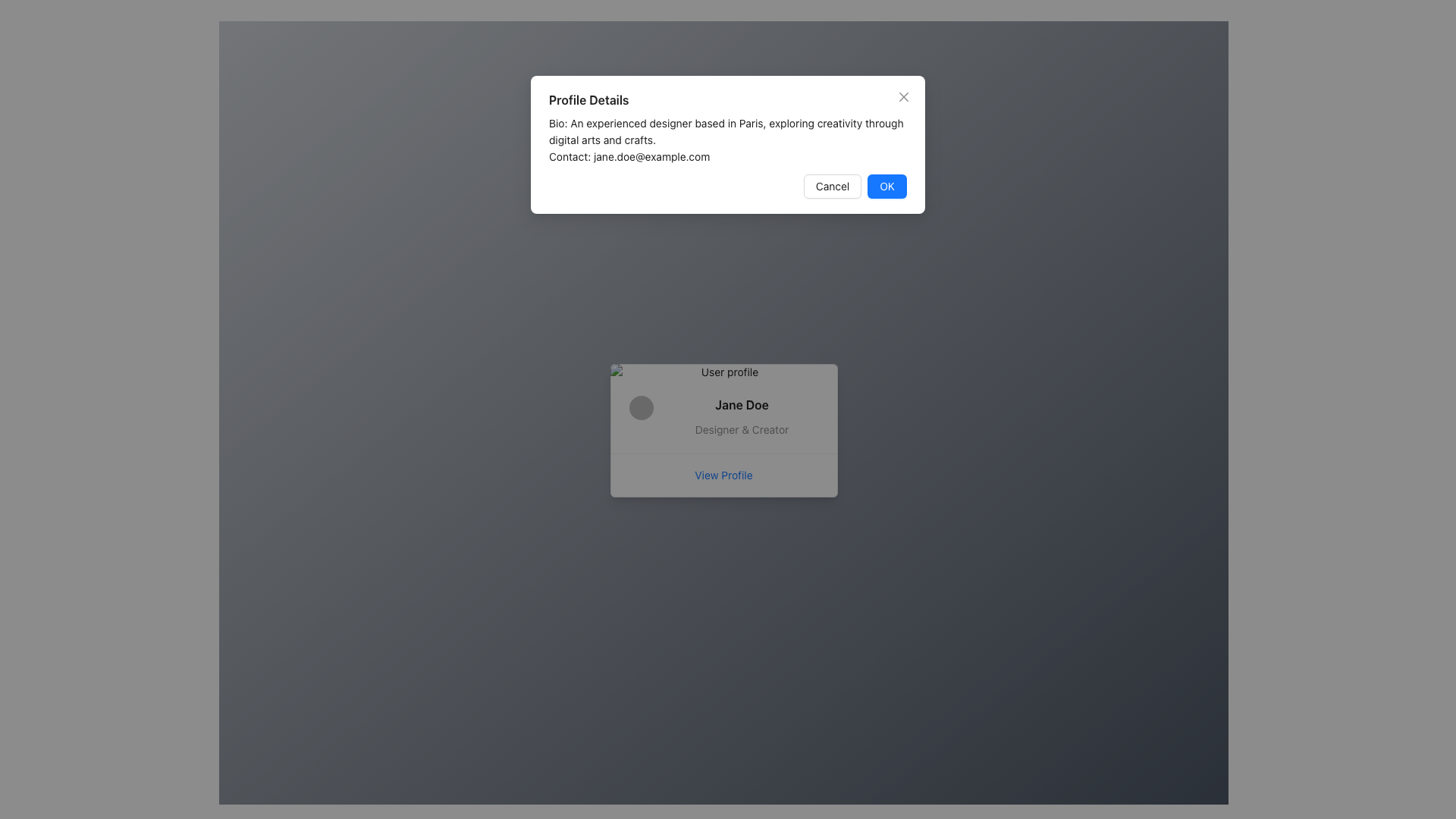 The width and height of the screenshot is (1456, 819). Describe the element at coordinates (742, 429) in the screenshot. I see `the text label displaying 'Designer & Creator' located below 'Jane Doe' in the 'User profile' dialog box` at that location.